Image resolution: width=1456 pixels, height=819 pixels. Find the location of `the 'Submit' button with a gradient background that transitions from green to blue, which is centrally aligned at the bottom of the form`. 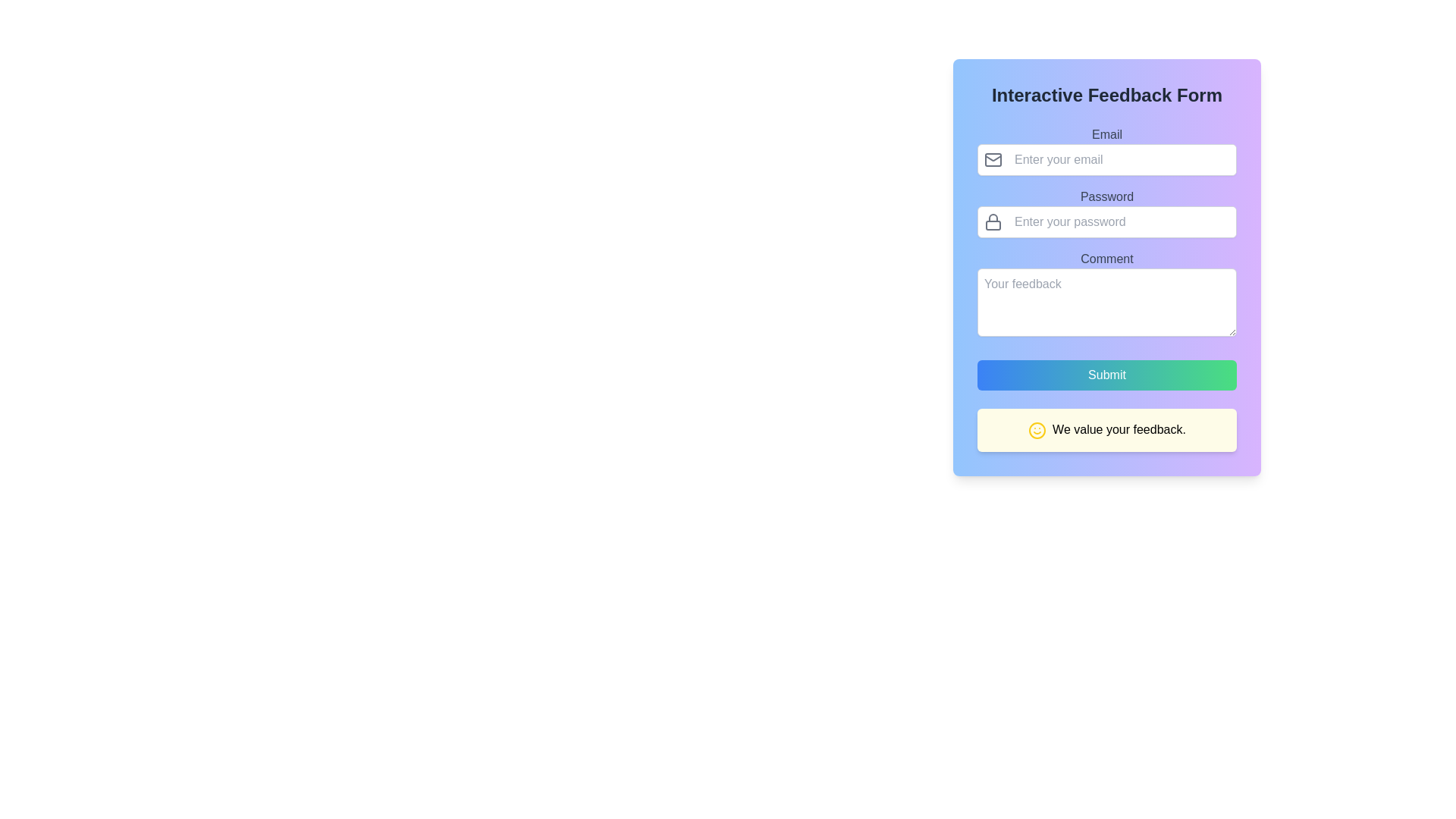

the 'Submit' button with a gradient background that transitions from green to blue, which is centrally aligned at the bottom of the form is located at coordinates (1106, 375).